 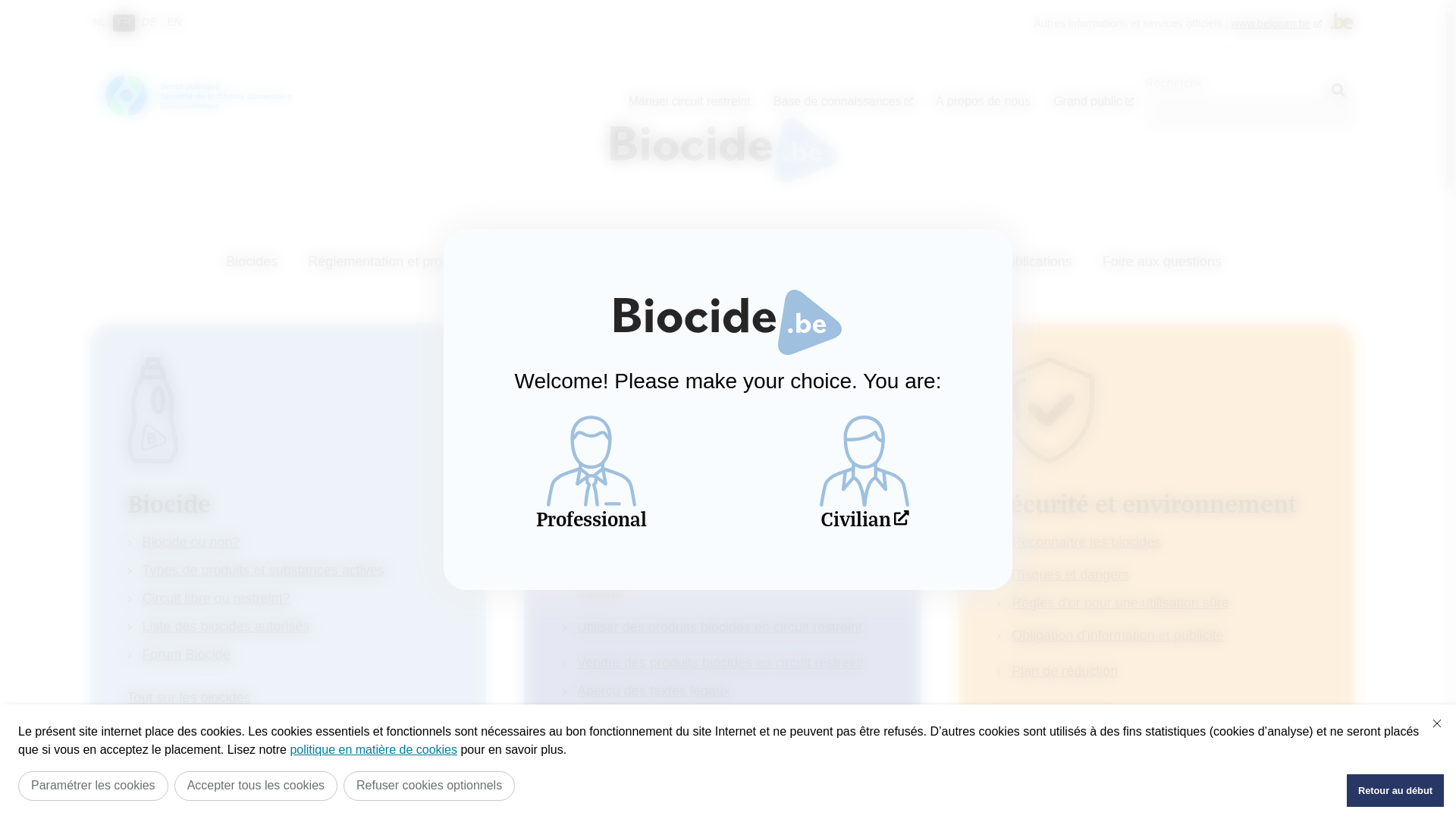 I want to click on 'Professional', so click(x=590, y=472).